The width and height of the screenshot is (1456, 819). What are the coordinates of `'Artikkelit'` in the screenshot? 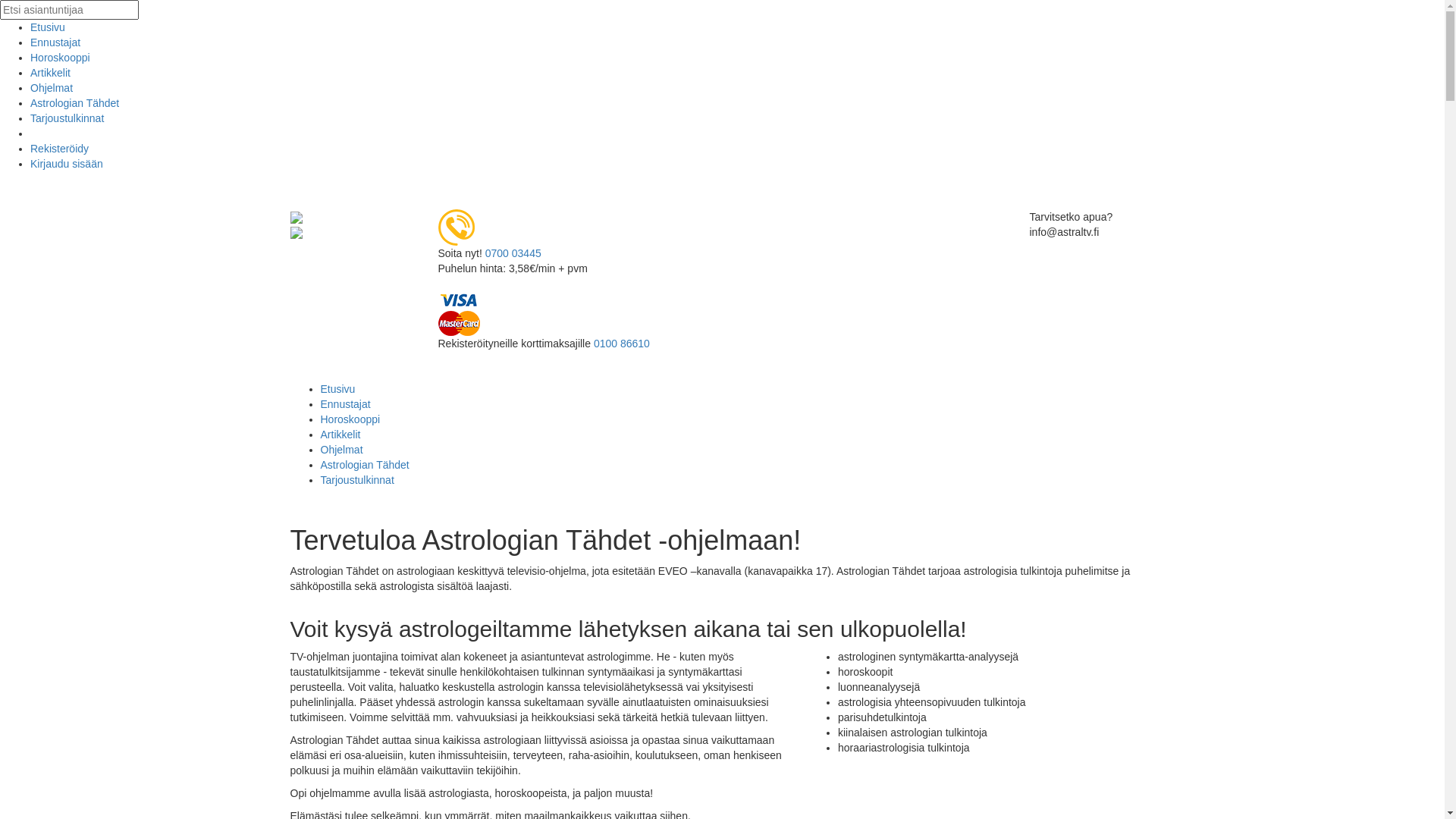 It's located at (339, 435).